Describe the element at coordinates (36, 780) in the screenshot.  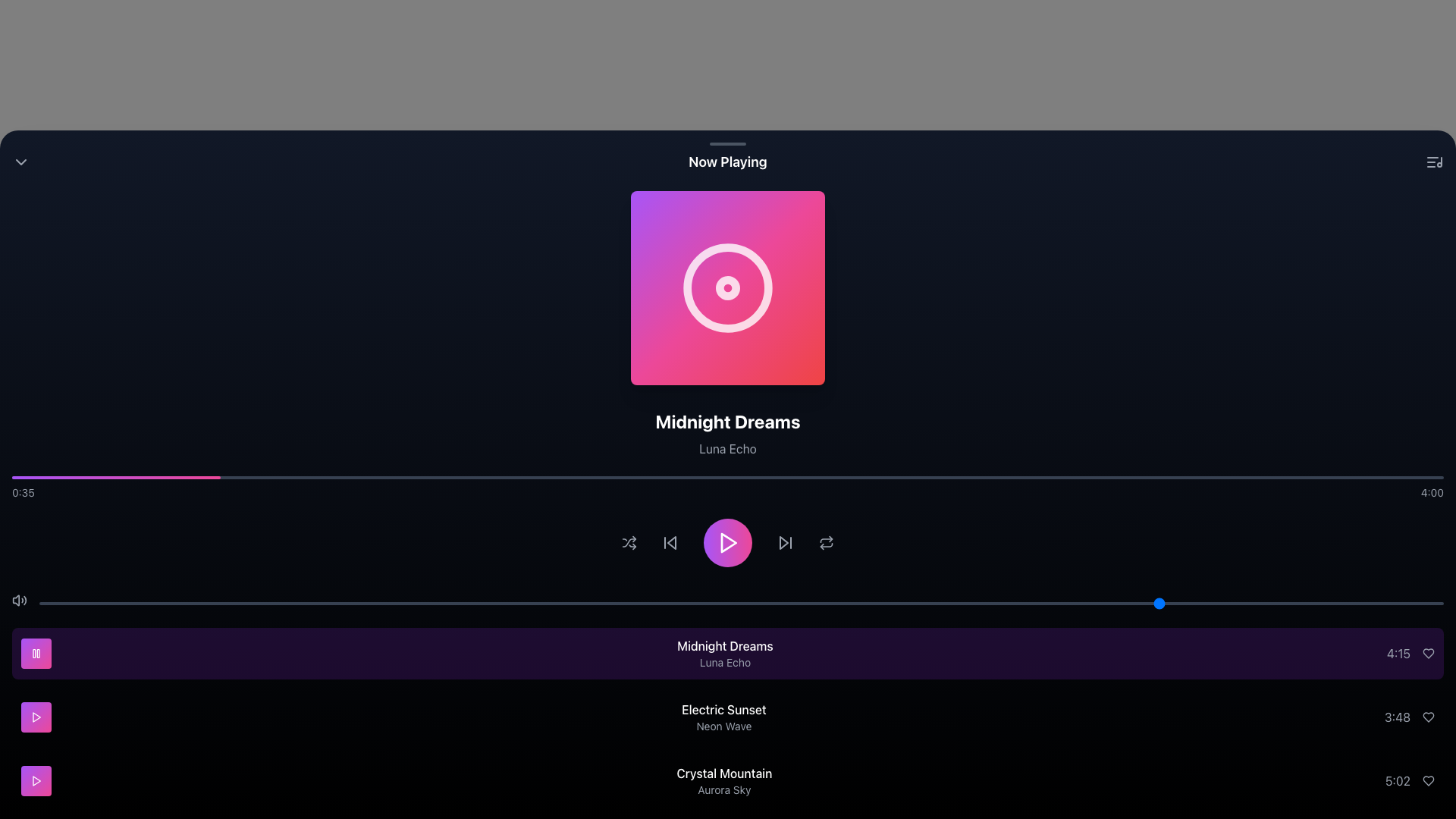
I see `the play button for the track 'Crystal Mountain - Aurora Sky' located at the bottom of the interface to receive possible feedback` at that location.